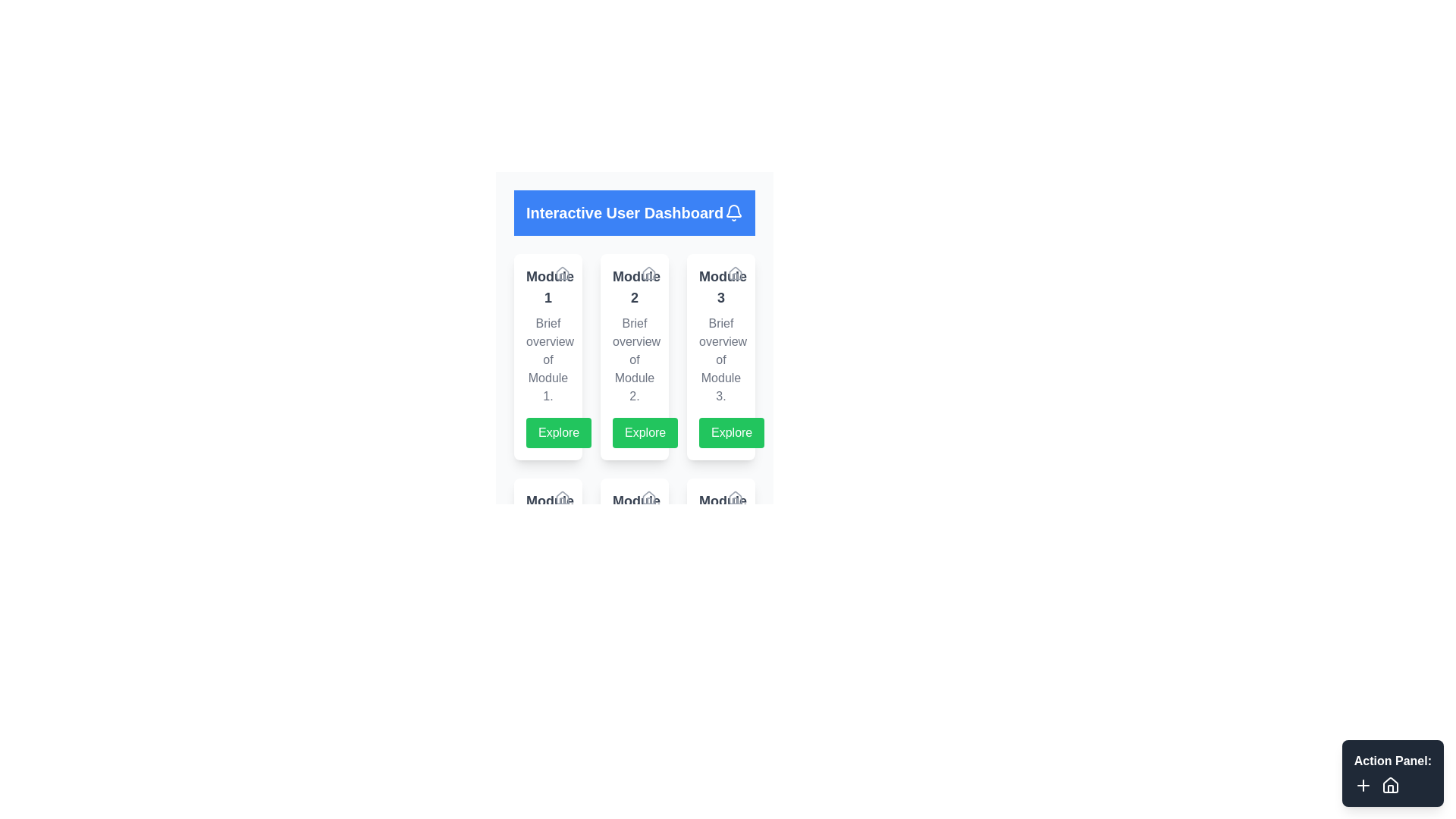 The height and width of the screenshot is (819, 1456). I want to click on the circular '+' button located at the bottom-right of the interface, positioned closely to the left of the house-shaped icon, so click(1363, 785).